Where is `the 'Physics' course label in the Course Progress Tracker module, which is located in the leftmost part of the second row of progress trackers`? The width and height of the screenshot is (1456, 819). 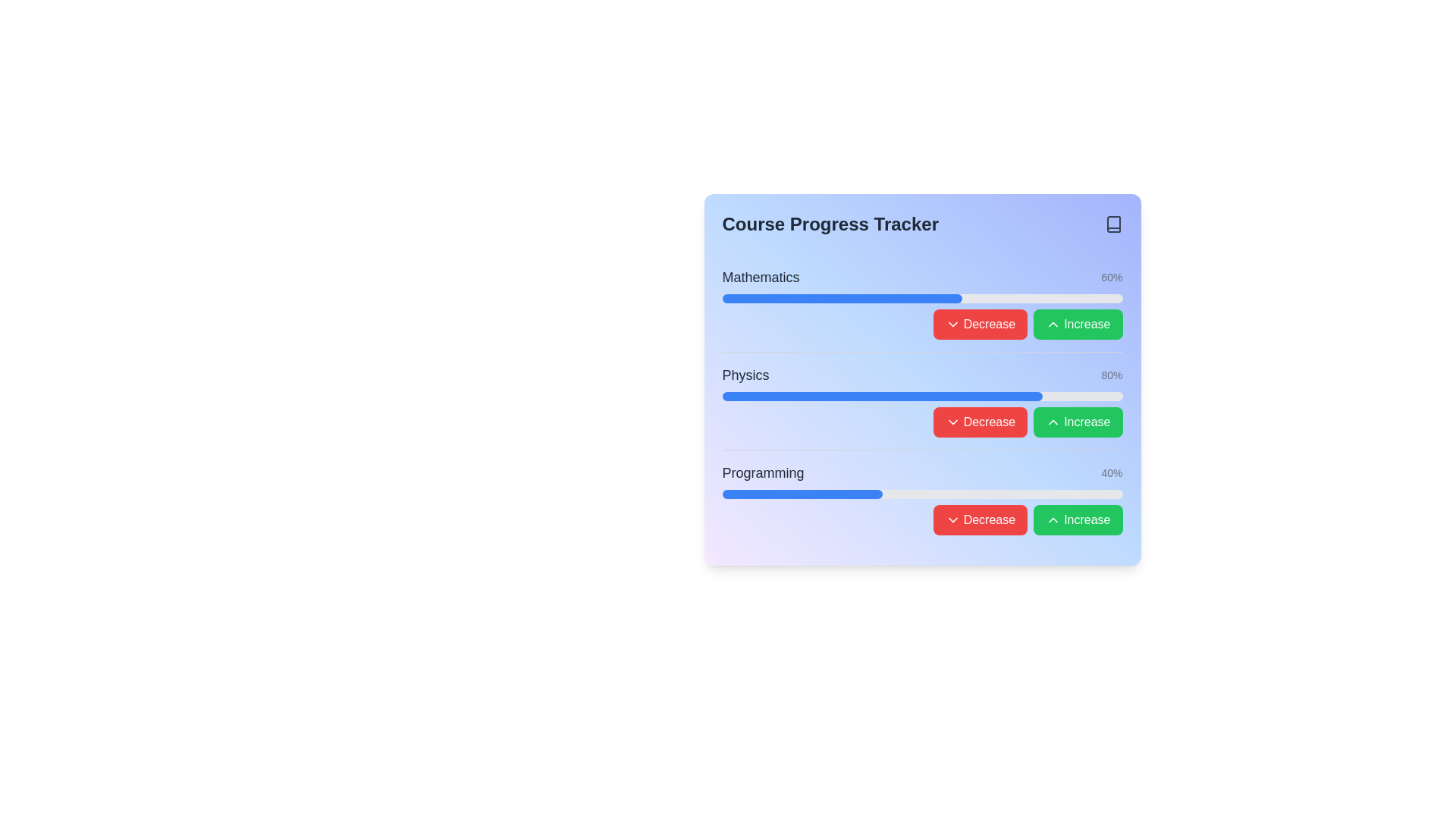
the 'Physics' course label in the Course Progress Tracker module, which is located in the leftmost part of the second row of progress trackers is located at coordinates (745, 375).